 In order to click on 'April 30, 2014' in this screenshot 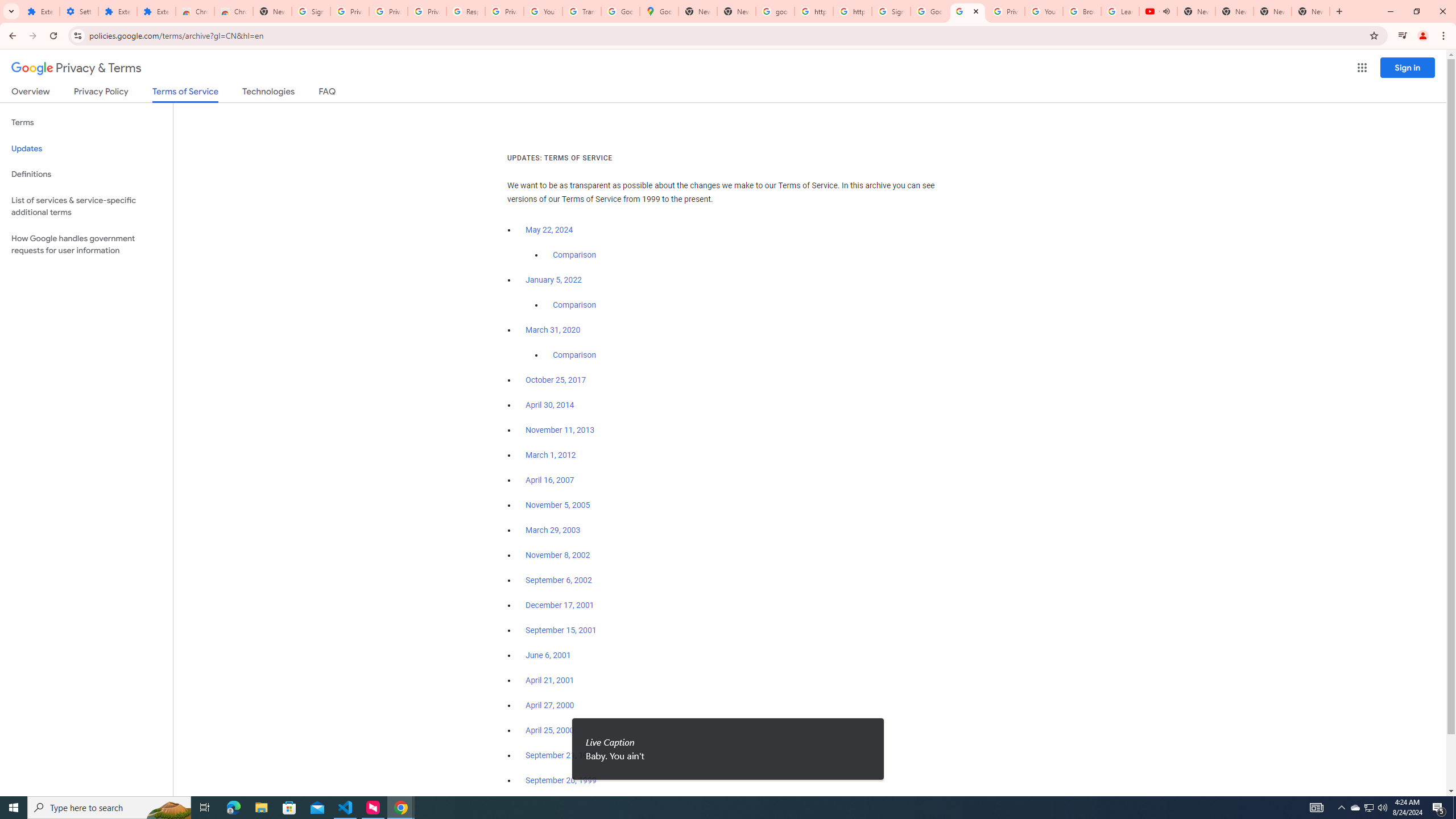, I will do `click(549, 405)`.